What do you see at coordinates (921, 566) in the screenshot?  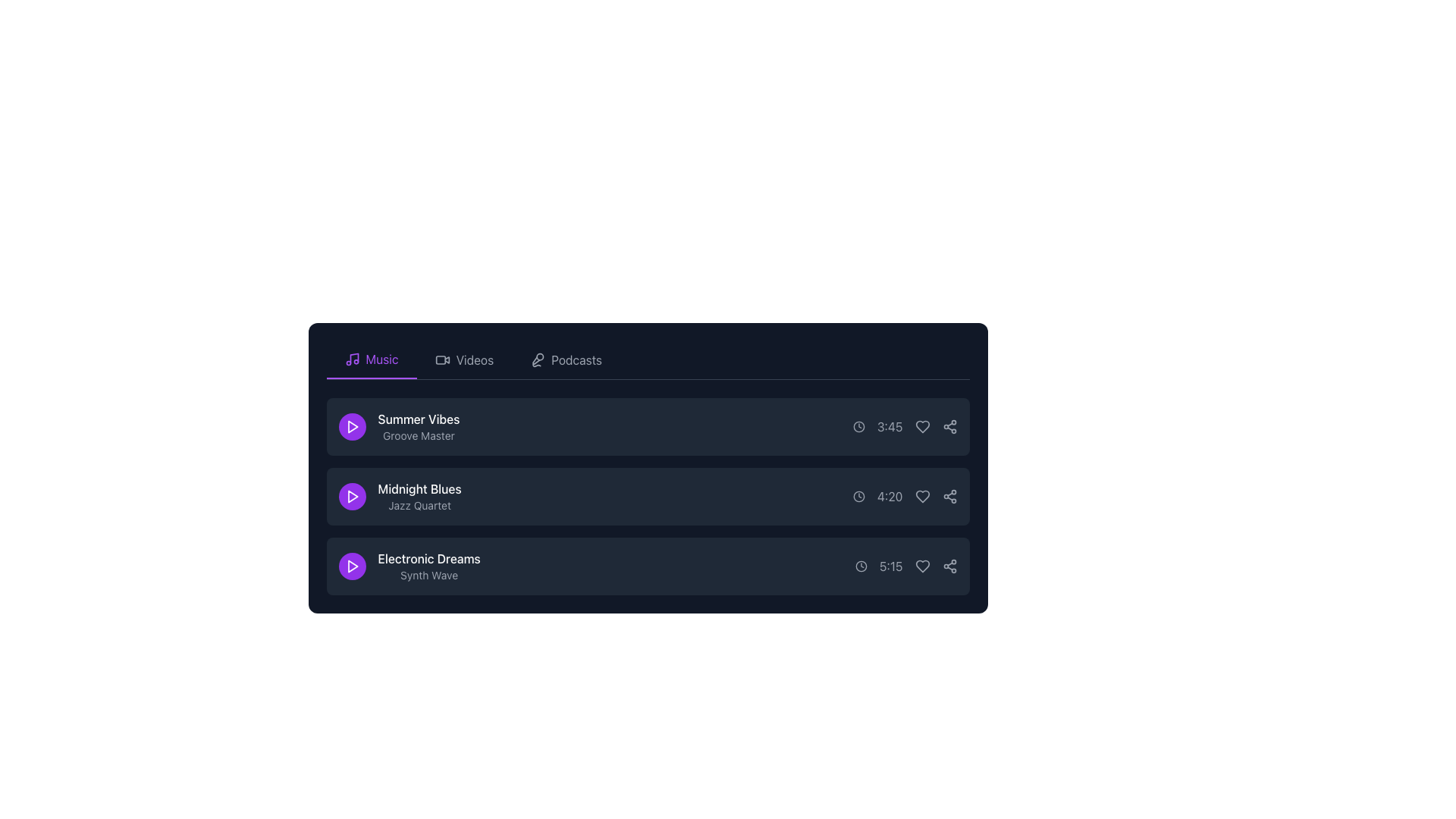 I see `the like icon located on the right side of the last audio track item 'Electronic Dreams', which is in the same row as the play duration and share icon` at bounding box center [921, 566].